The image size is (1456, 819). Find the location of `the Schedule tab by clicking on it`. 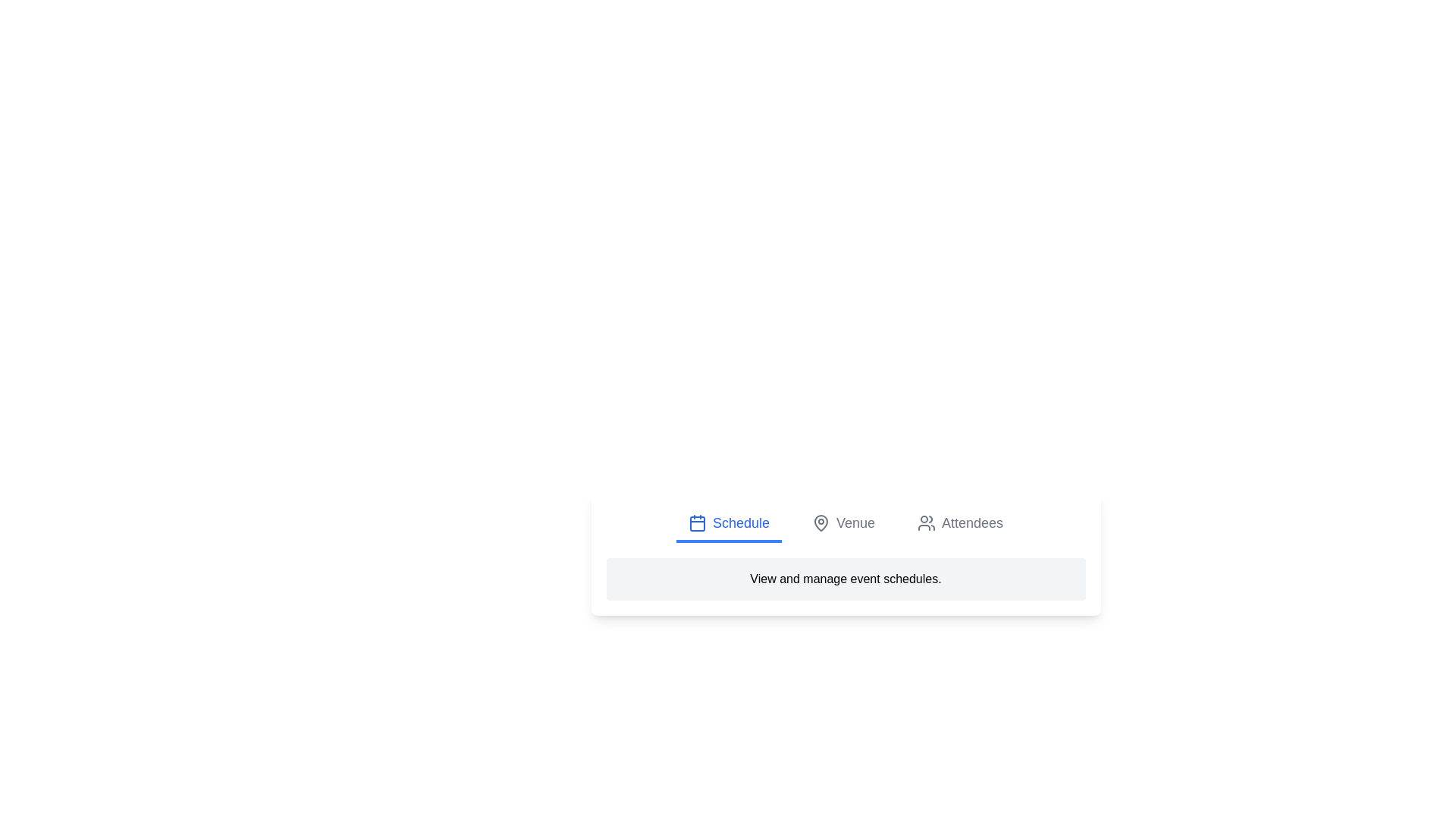

the Schedule tab by clicking on it is located at coordinates (729, 523).